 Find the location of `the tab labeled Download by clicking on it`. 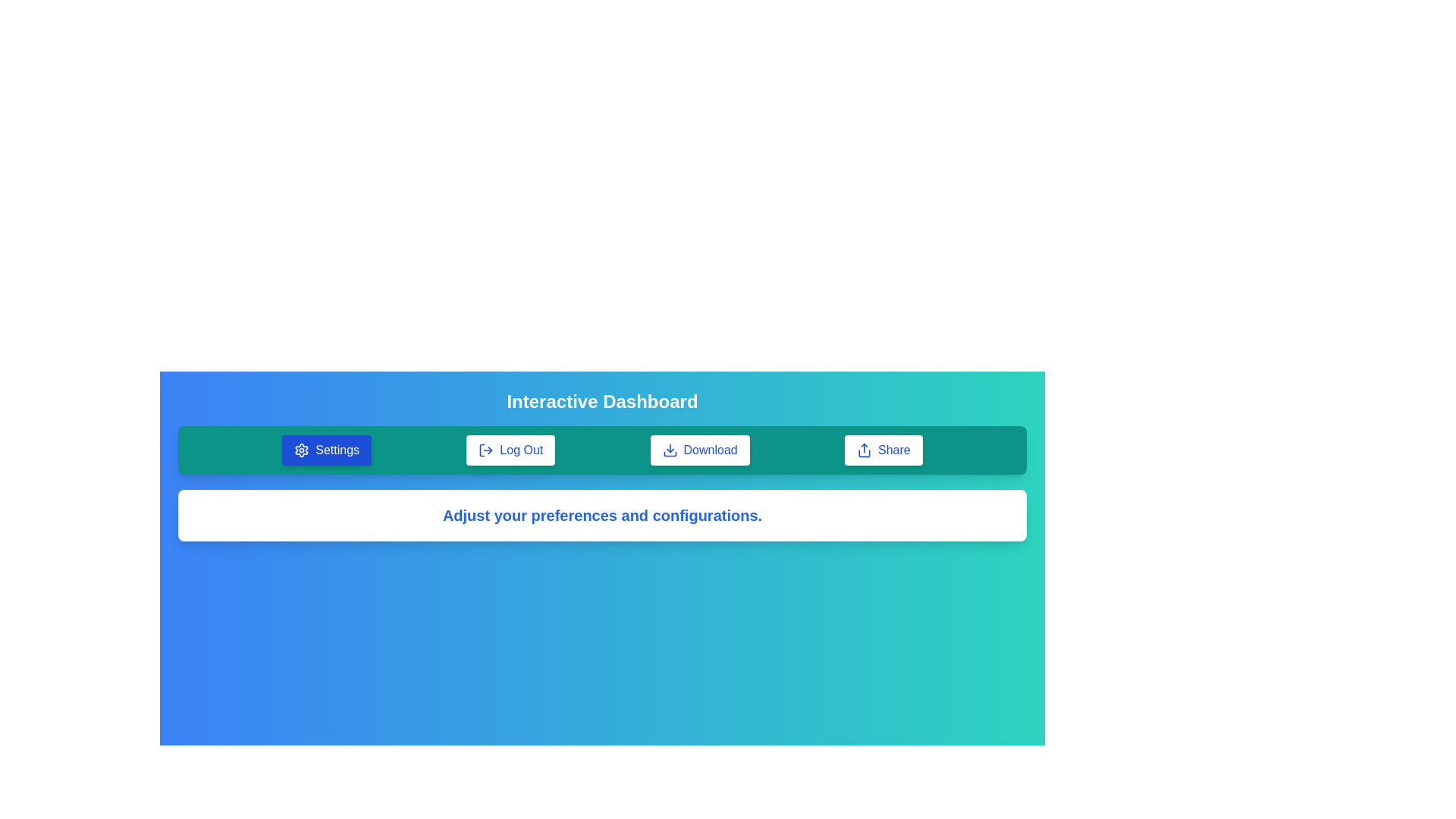

the tab labeled Download by clicking on it is located at coordinates (699, 450).